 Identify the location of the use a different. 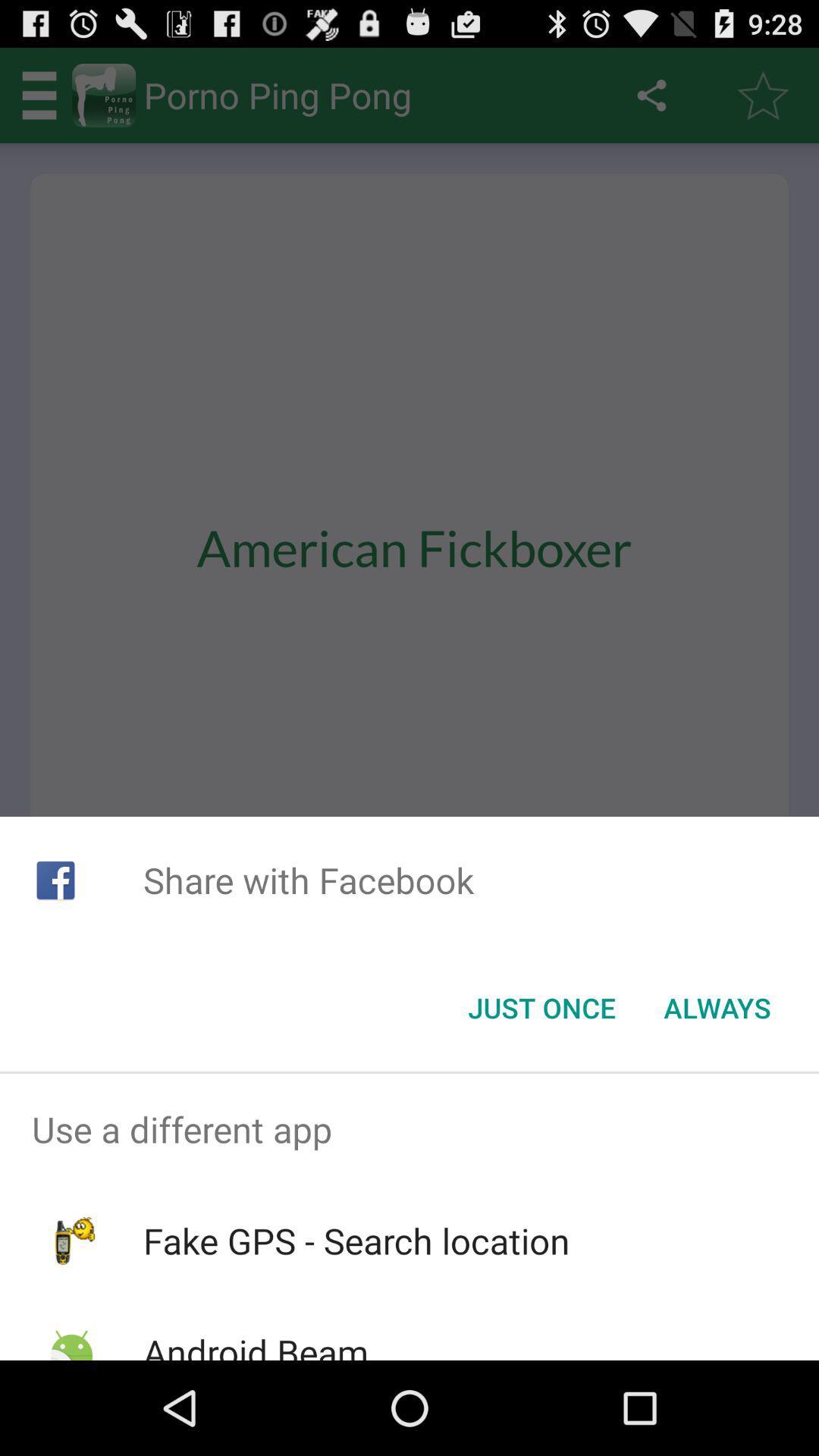
(409, 1129).